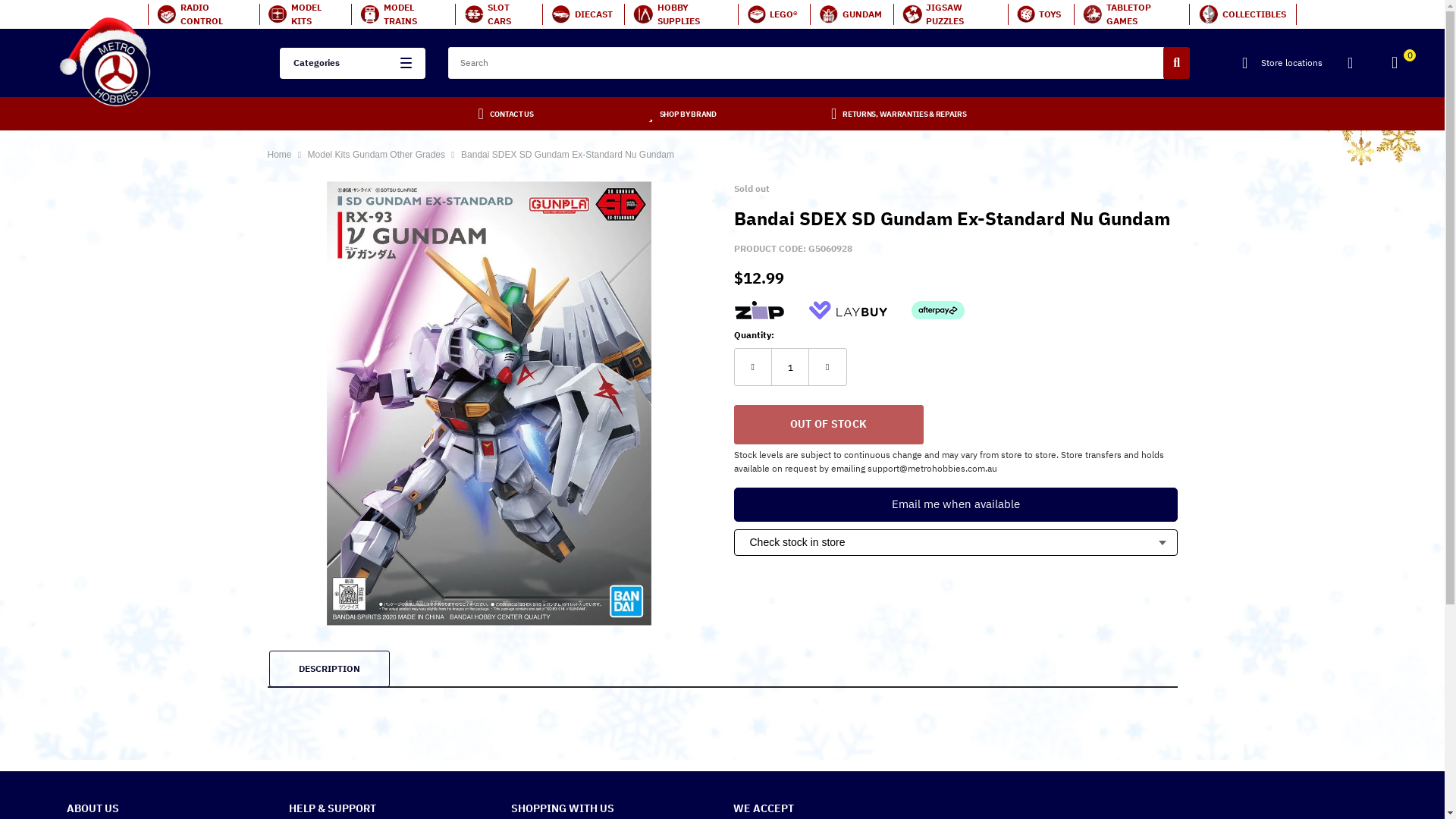 The image size is (1456, 819). What do you see at coordinates (1400, 64) in the screenshot?
I see `'0'` at bounding box center [1400, 64].